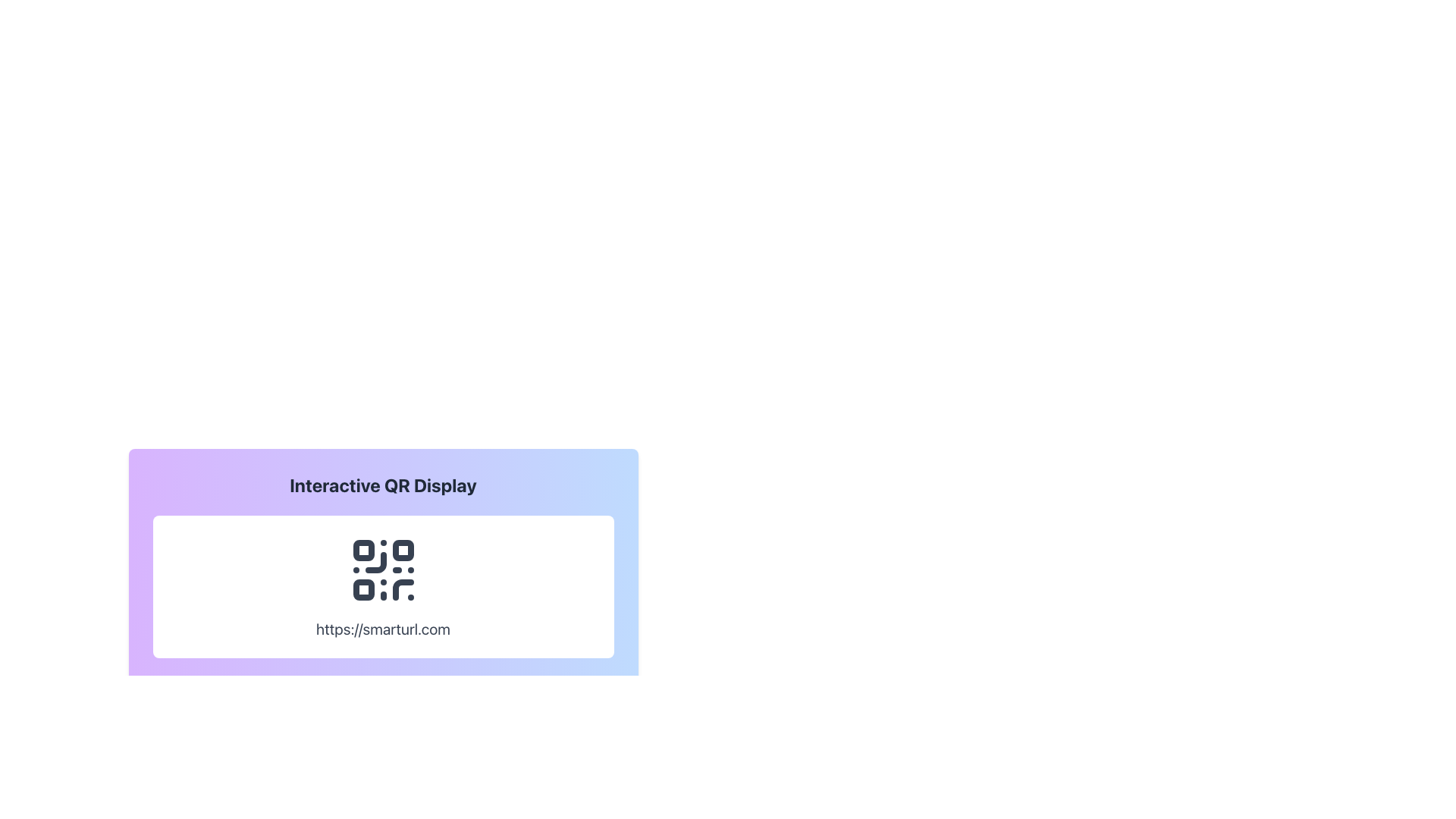 This screenshot has height=819, width=1456. I want to click on the static text label that reads 'Interactive QR Display', which is styled in bold, large font with dark gray color on a light gradient background, so click(383, 485).